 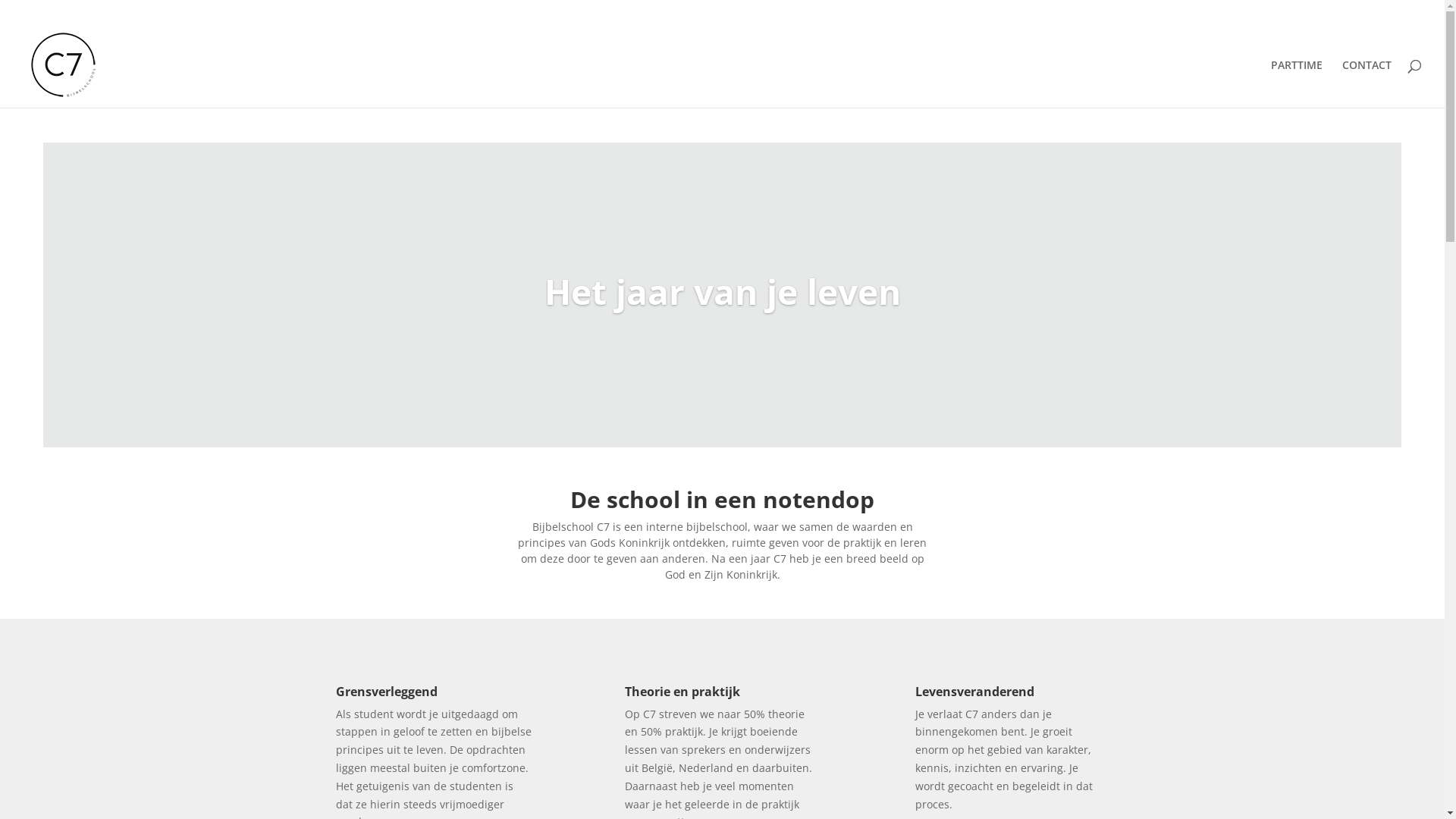 I want to click on 'PARTTIME', so click(x=1295, y=83).